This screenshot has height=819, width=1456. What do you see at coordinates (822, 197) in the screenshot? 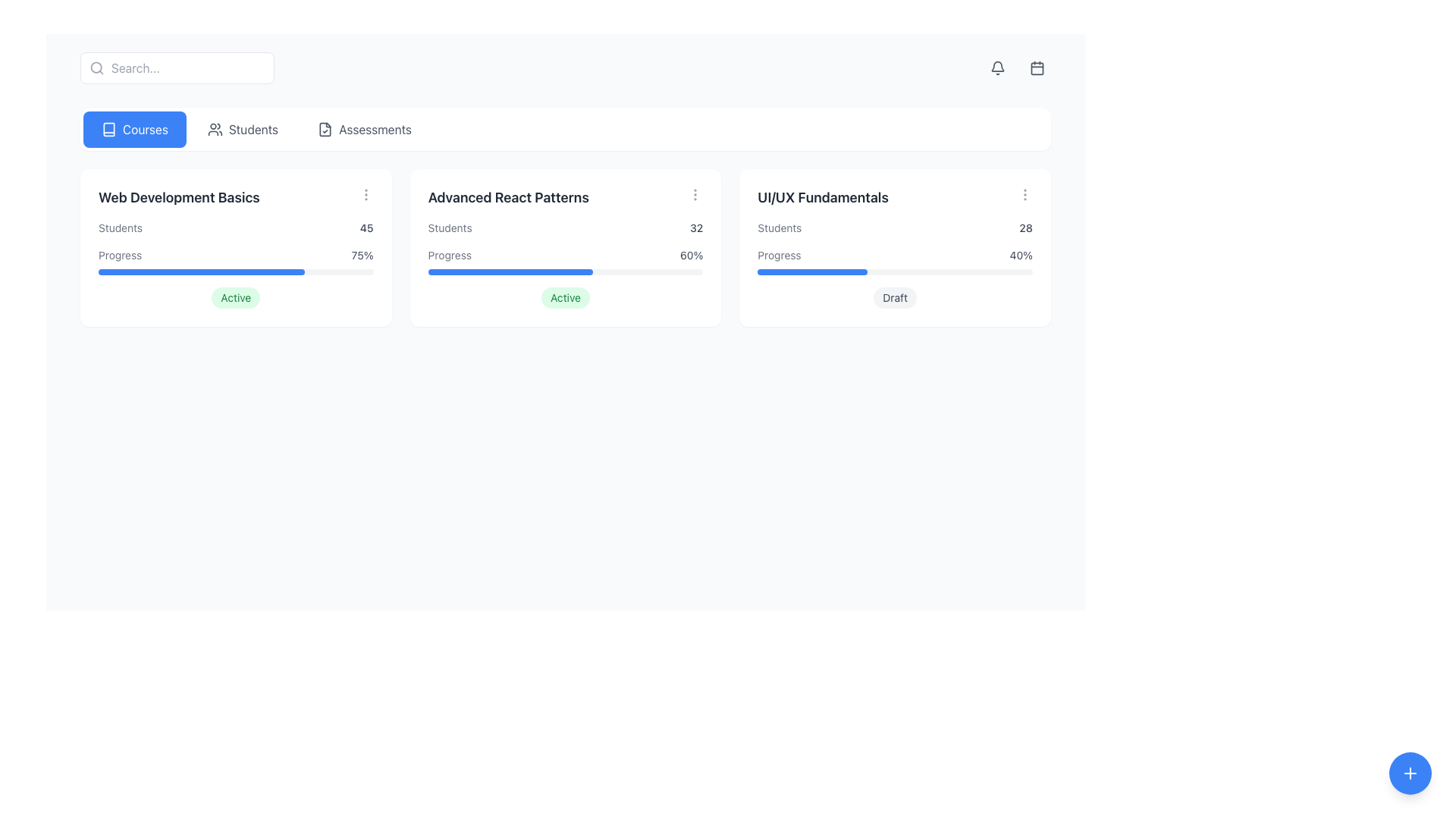
I see `text of the title located in the top portion of the third card from the left, above the details 'Students' and 'Progress.'` at bounding box center [822, 197].